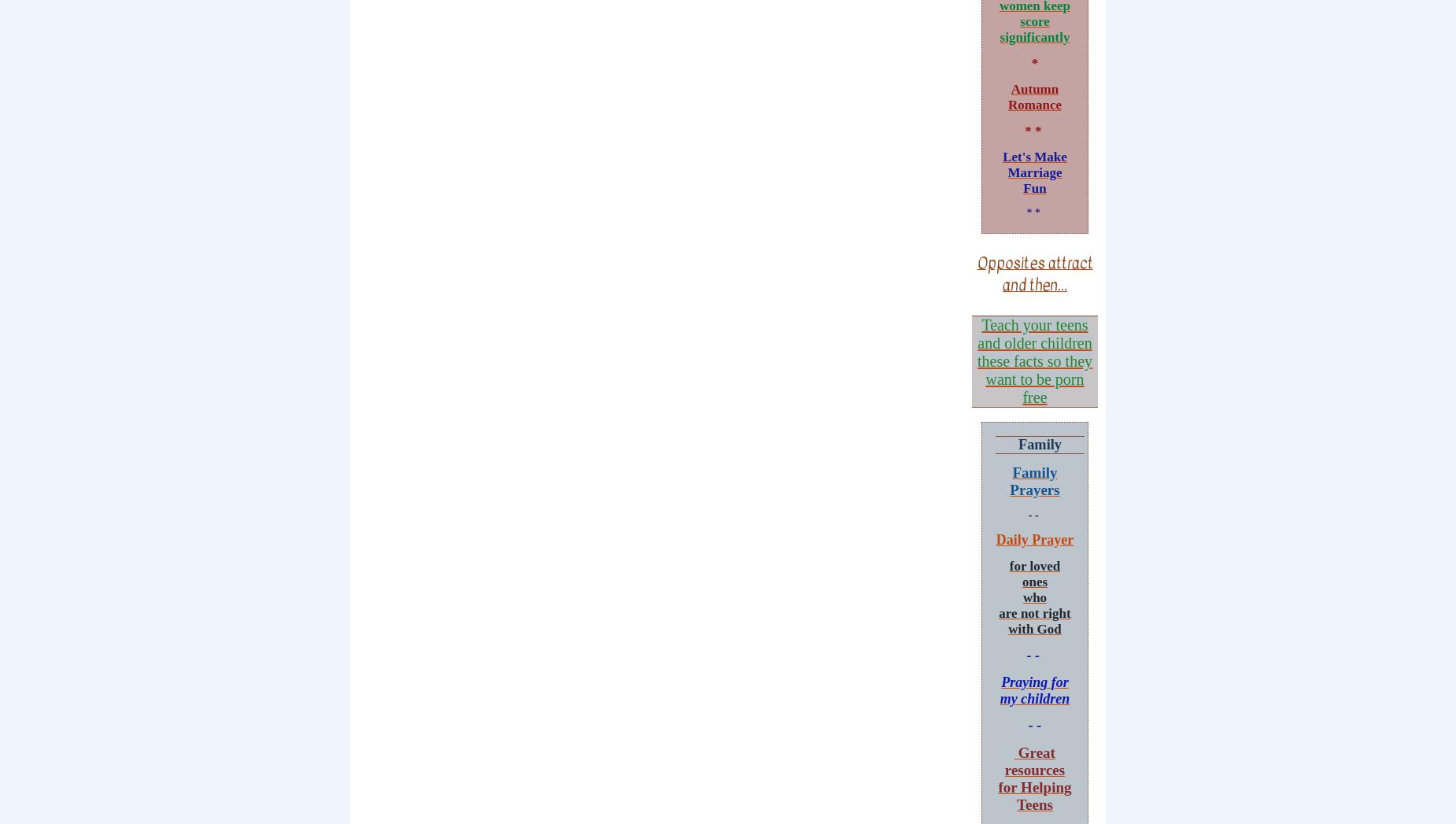  Describe the element at coordinates (1033, 479) in the screenshot. I see `'Family Prayers'` at that location.